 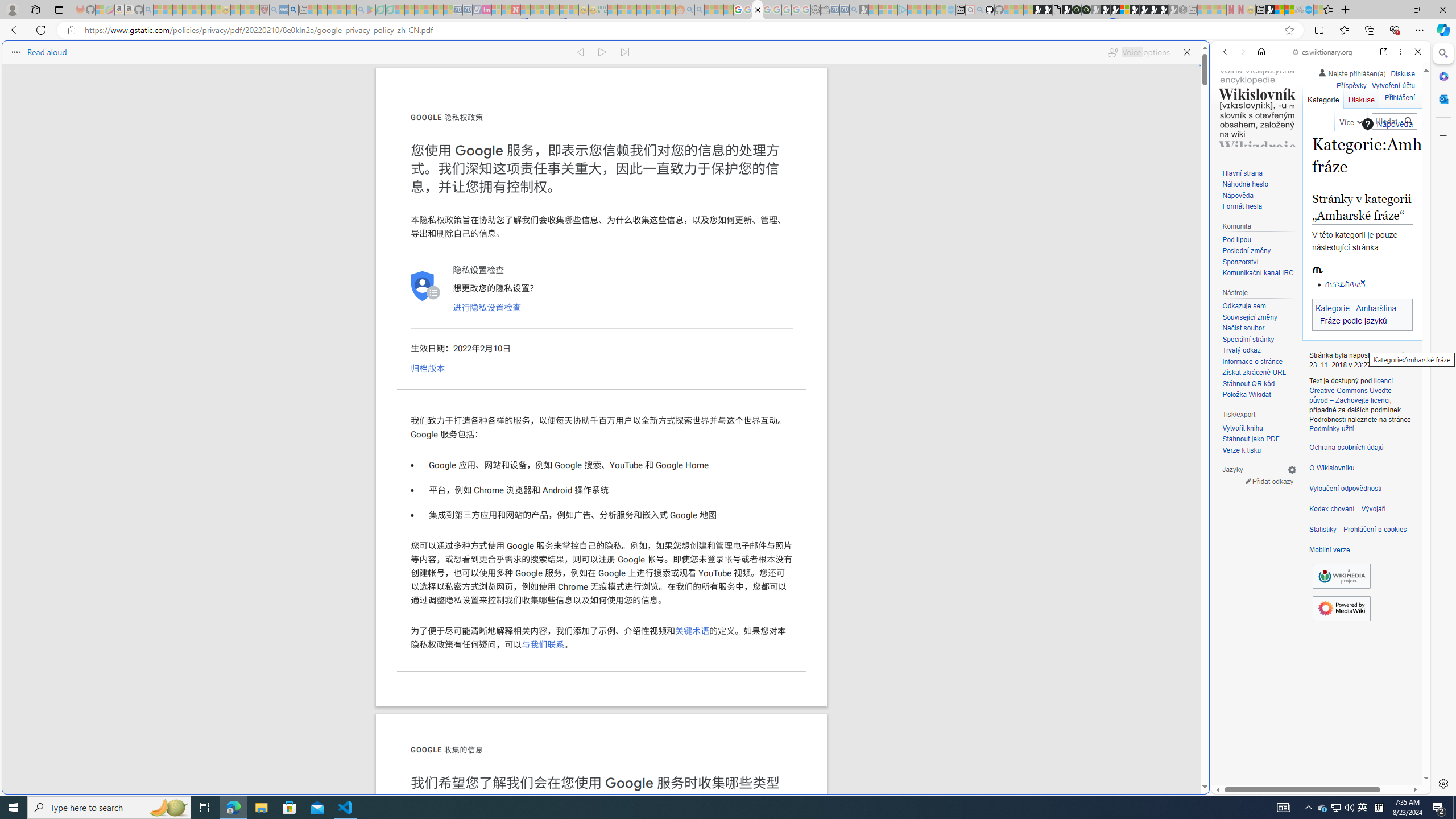 What do you see at coordinates (624, 52) in the screenshot?
I see `'Read next paragraph'` at bounding box center [624, 52].